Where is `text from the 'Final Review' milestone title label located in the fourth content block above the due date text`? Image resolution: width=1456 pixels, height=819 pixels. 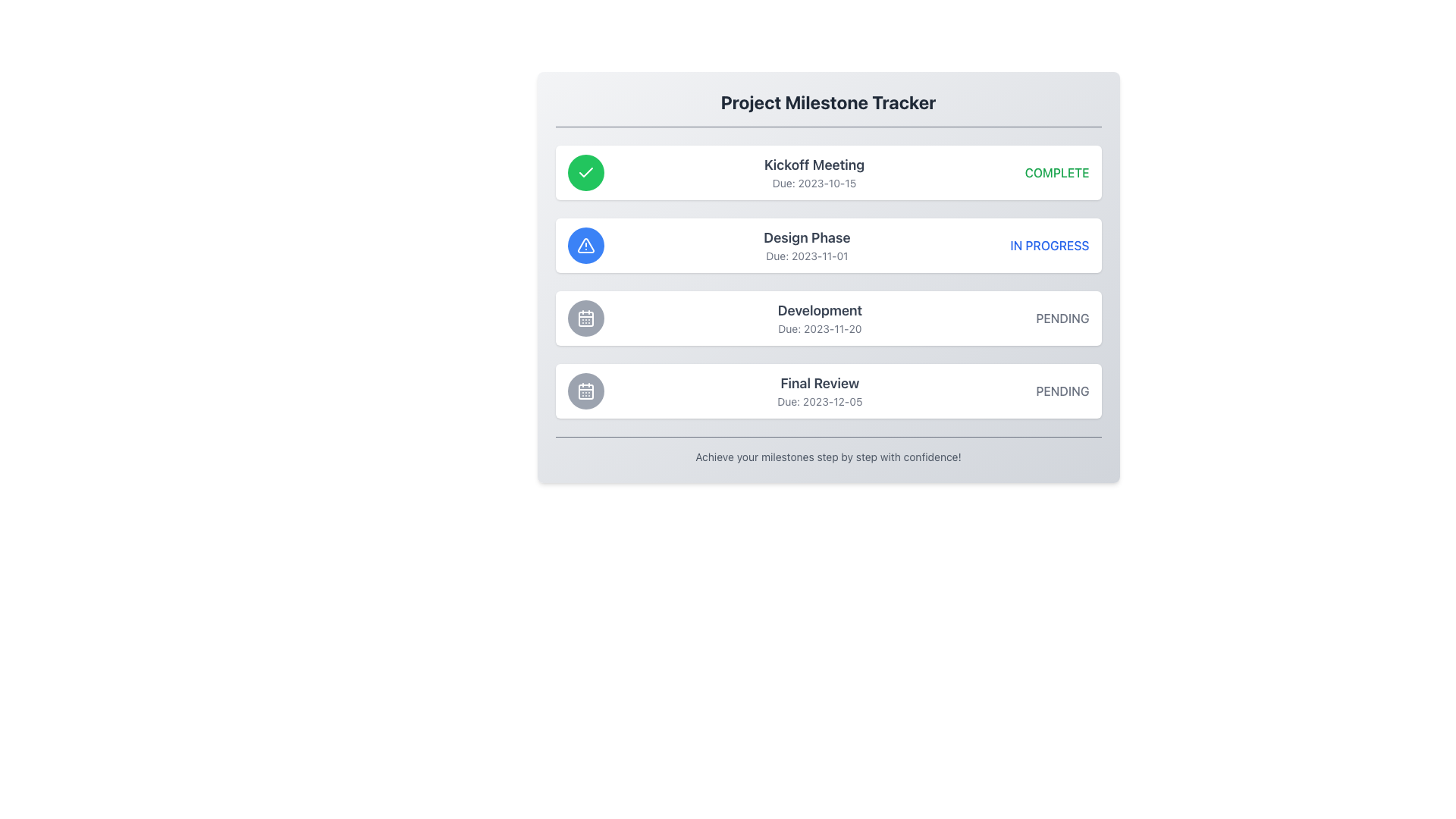 text from the 'Final Review' milestone title label located in the fourth content block above the due date text is located at coordinates (819, 382).